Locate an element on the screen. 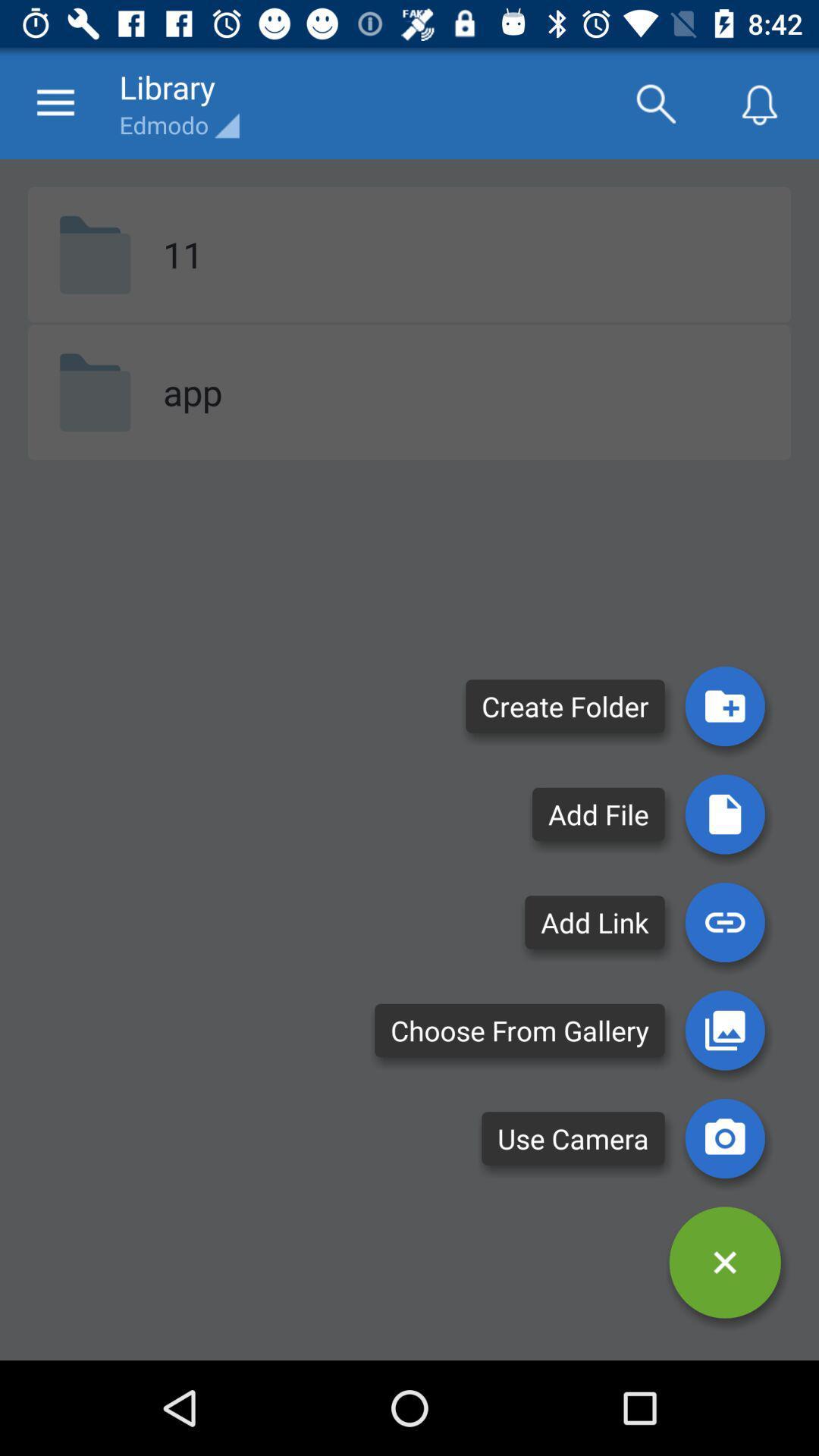 Image resolution: width=819 pixels, height=1456 pixels. the control panel is located at coordinates (724, 1263).